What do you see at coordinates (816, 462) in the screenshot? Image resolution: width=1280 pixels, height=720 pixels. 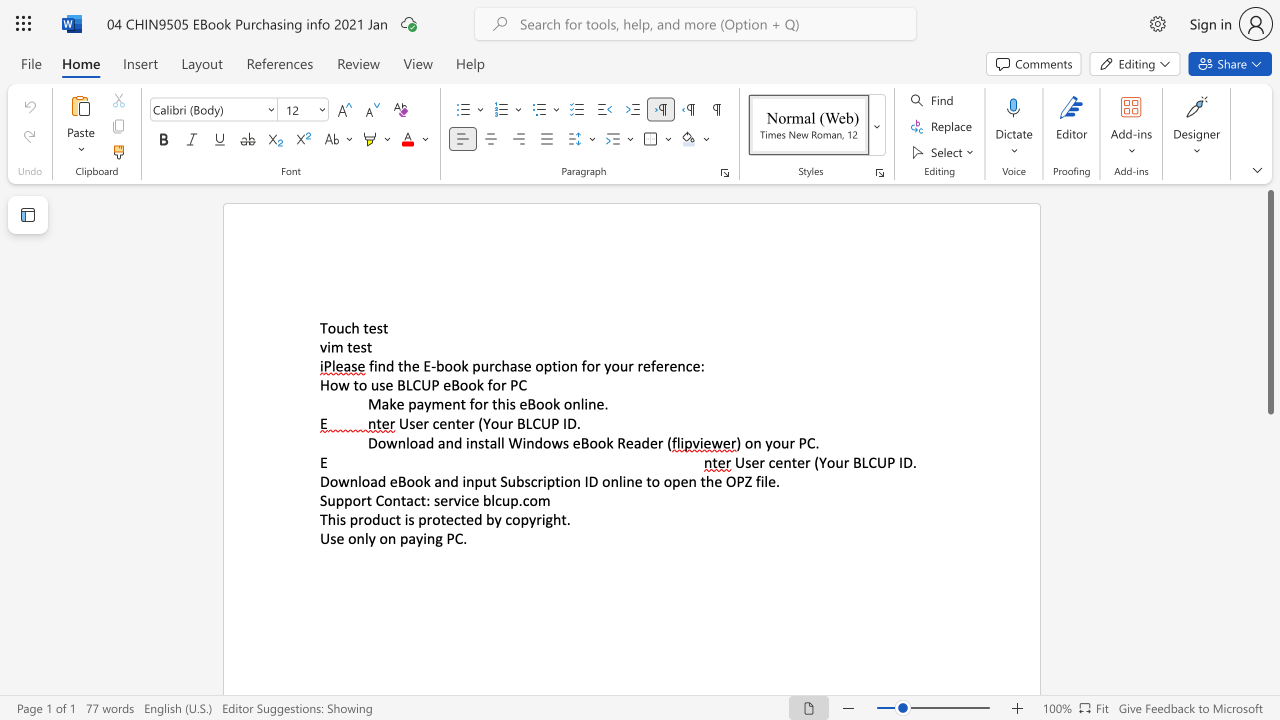 I see `the 1th character "(" in the text` at bounding box center [816, 462].